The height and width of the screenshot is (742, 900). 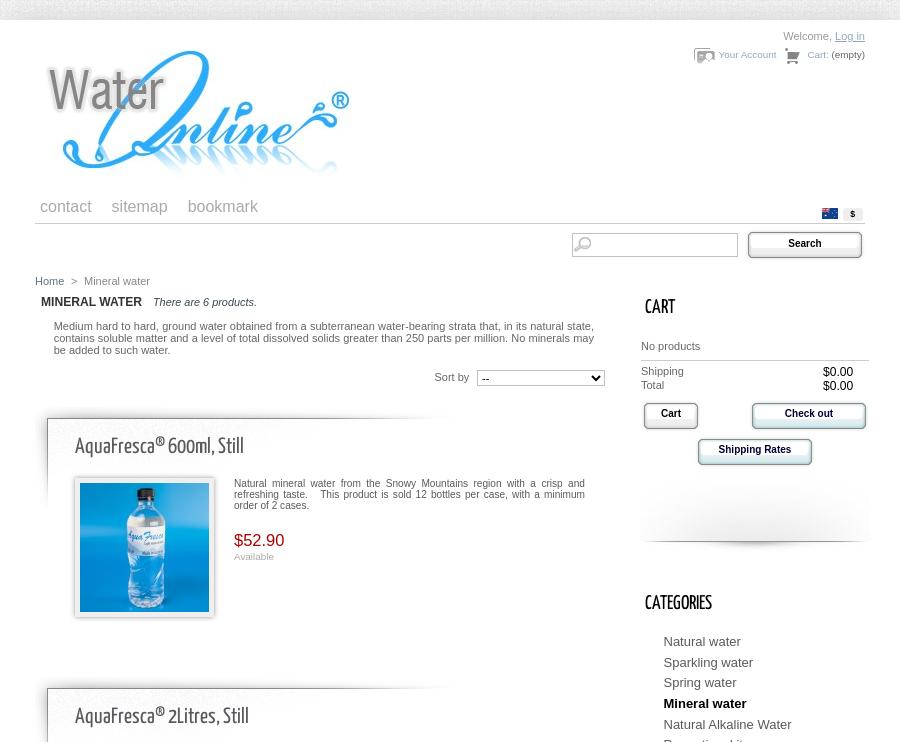 What do you see at coordinates (64, 206) in the screenshot?
I see `'contact'` at bounding box center [64, 206].